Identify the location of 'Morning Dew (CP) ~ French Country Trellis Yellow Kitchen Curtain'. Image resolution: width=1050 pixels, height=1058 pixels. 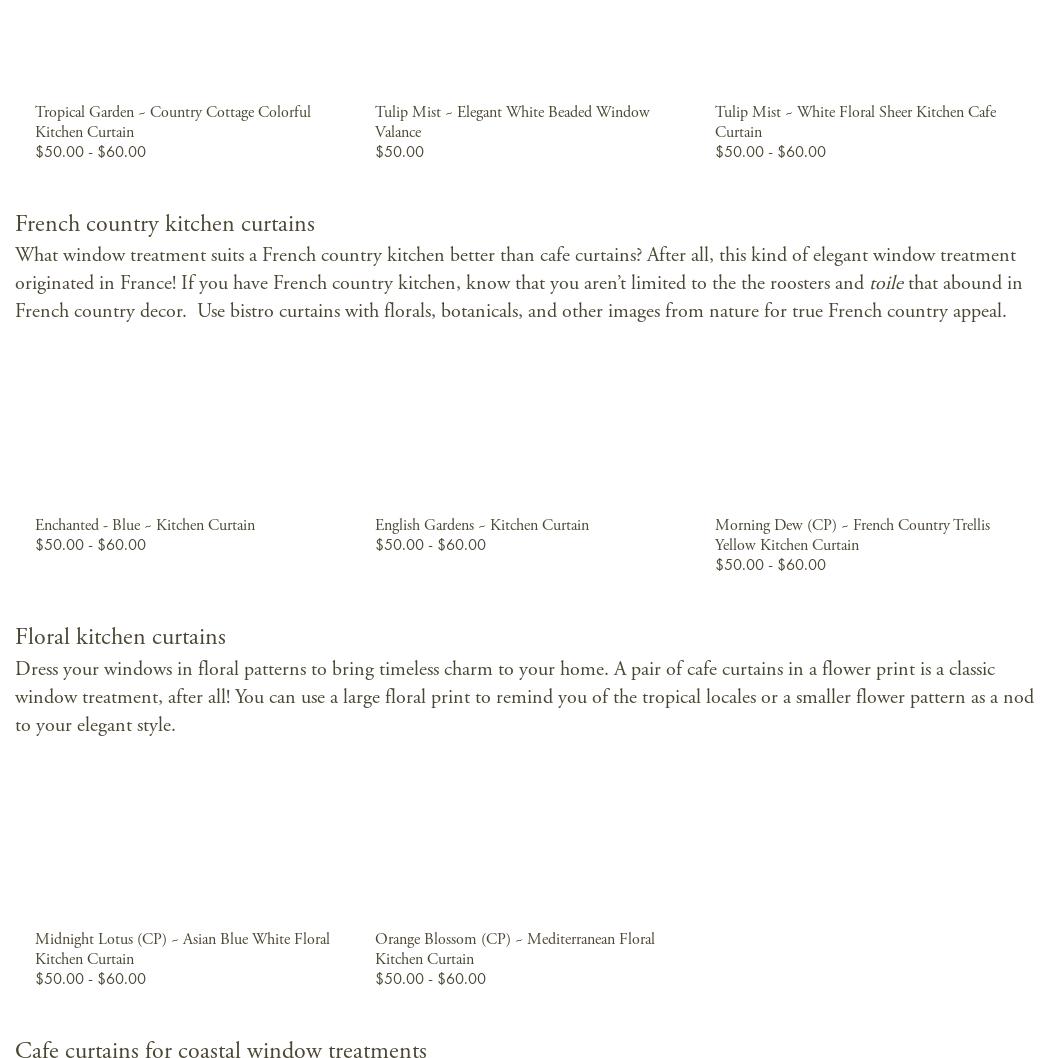
(851, 535).